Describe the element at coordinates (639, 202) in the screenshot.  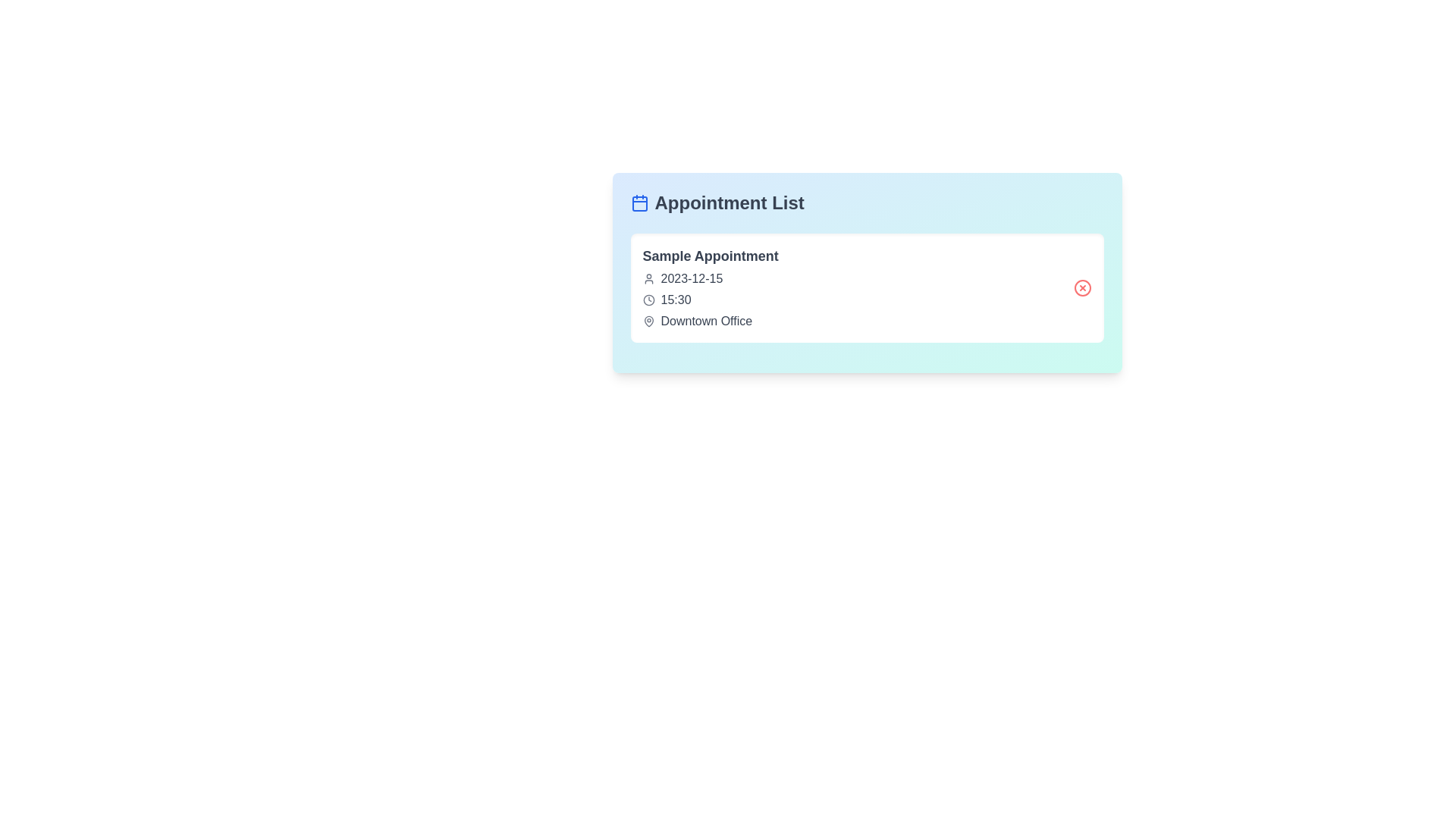
I see `the calendar icon with a blue outline, located at the far left of the header bar containing 'Appointment List'` at that location.